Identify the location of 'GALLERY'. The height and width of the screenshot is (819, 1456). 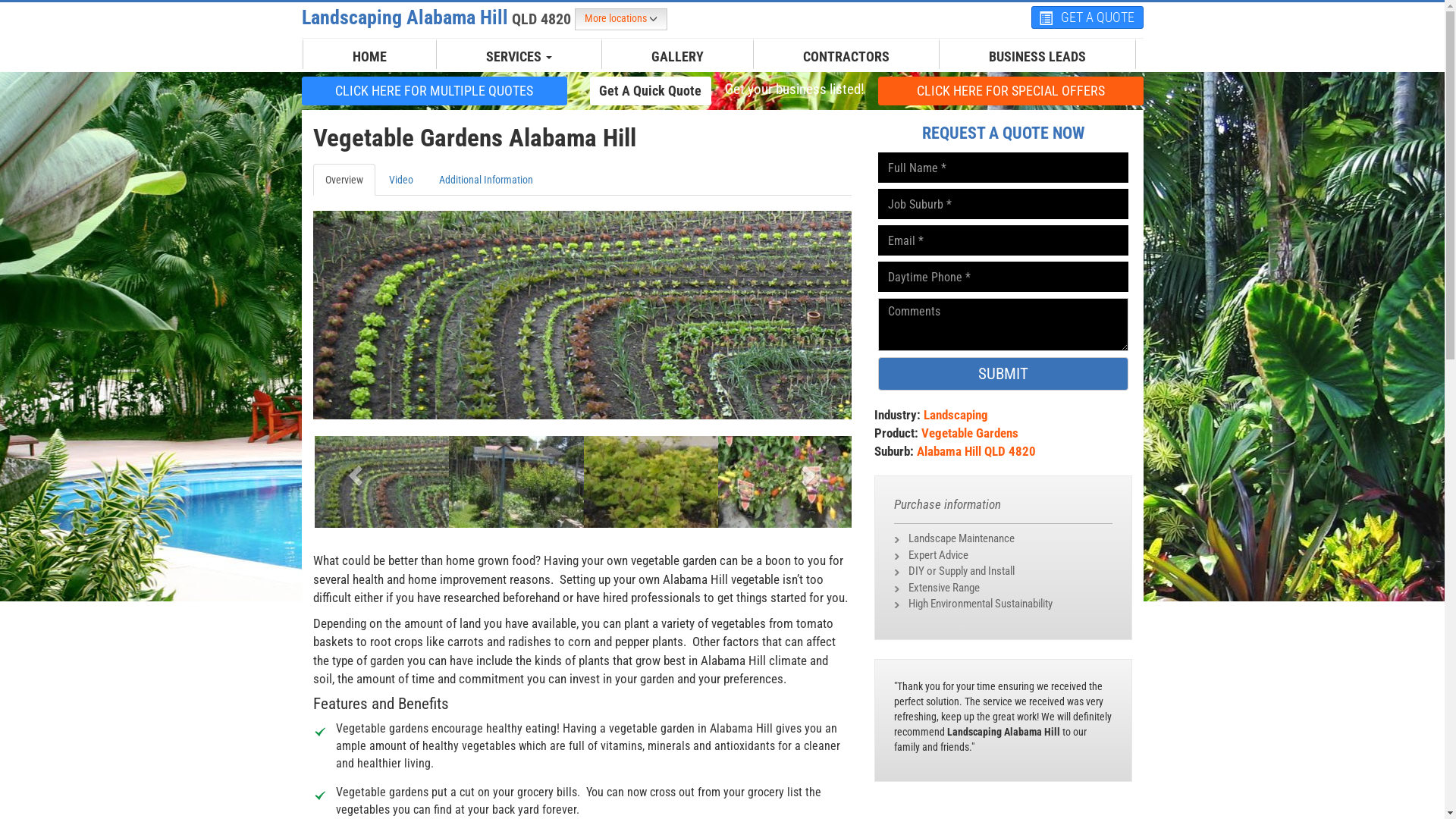
(676, 55).